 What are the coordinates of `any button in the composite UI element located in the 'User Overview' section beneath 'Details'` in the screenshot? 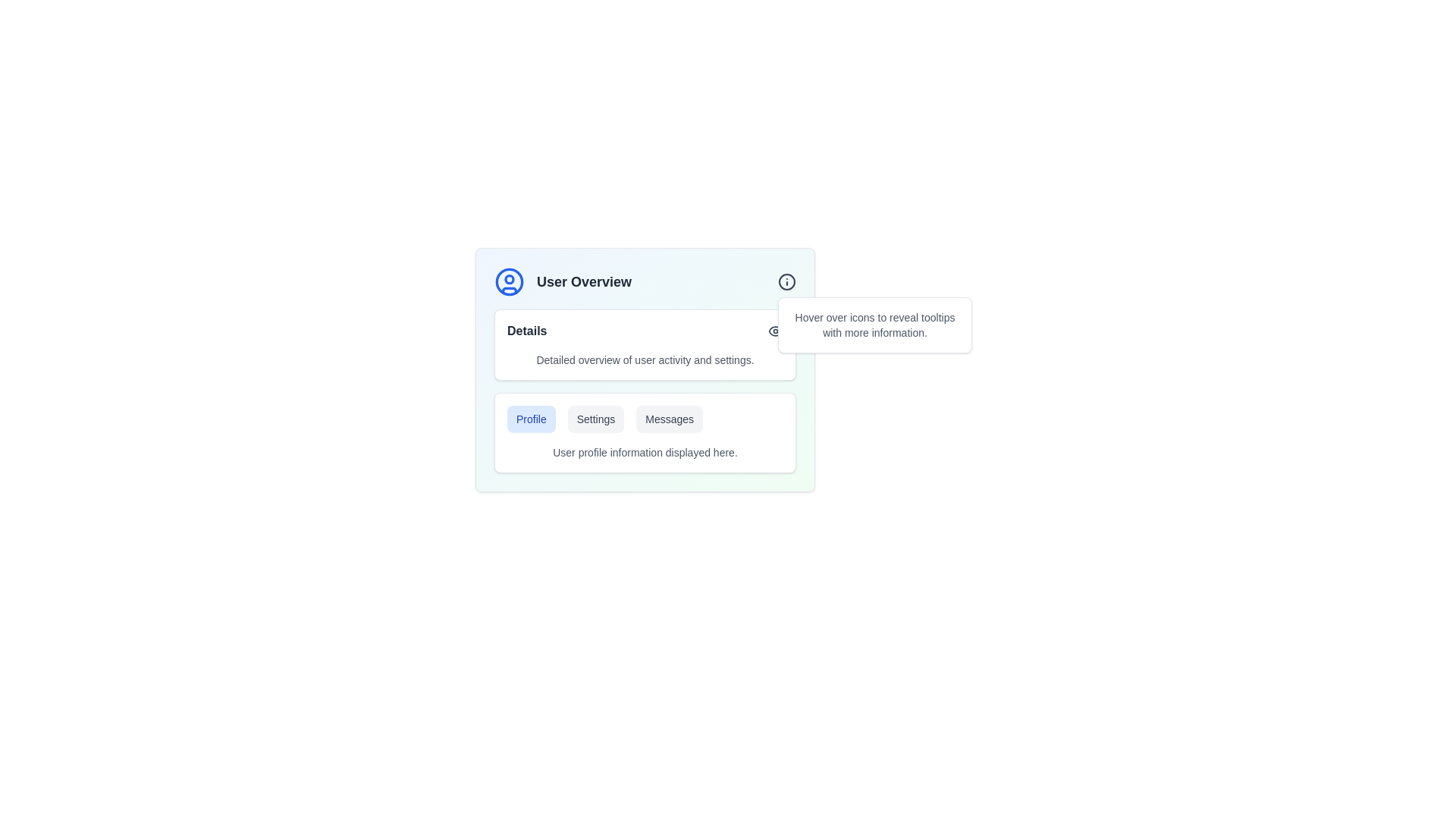 It's located at (645, 432).